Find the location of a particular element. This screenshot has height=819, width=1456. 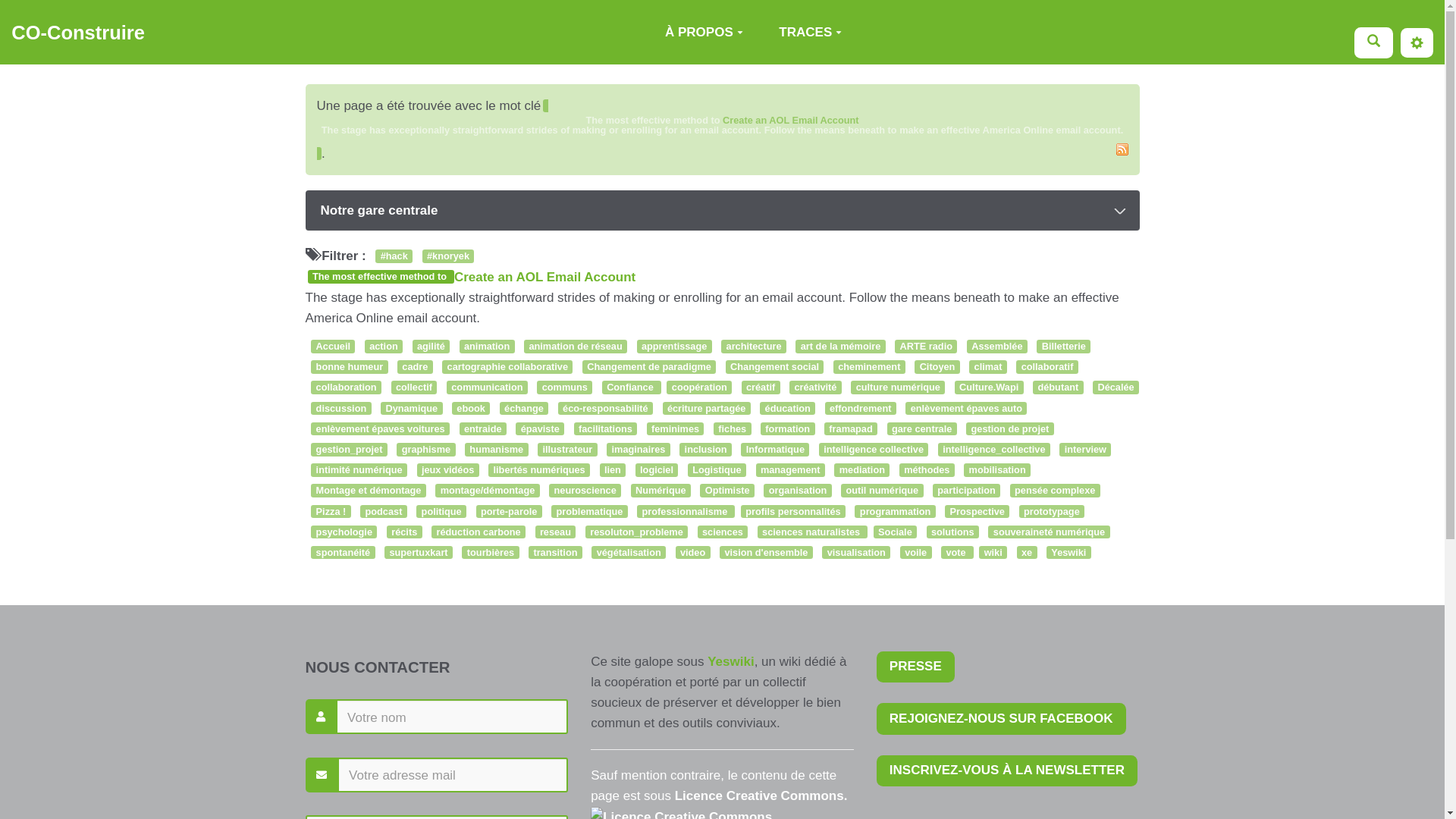

'graphisme' is located at coordinates (425, 449).